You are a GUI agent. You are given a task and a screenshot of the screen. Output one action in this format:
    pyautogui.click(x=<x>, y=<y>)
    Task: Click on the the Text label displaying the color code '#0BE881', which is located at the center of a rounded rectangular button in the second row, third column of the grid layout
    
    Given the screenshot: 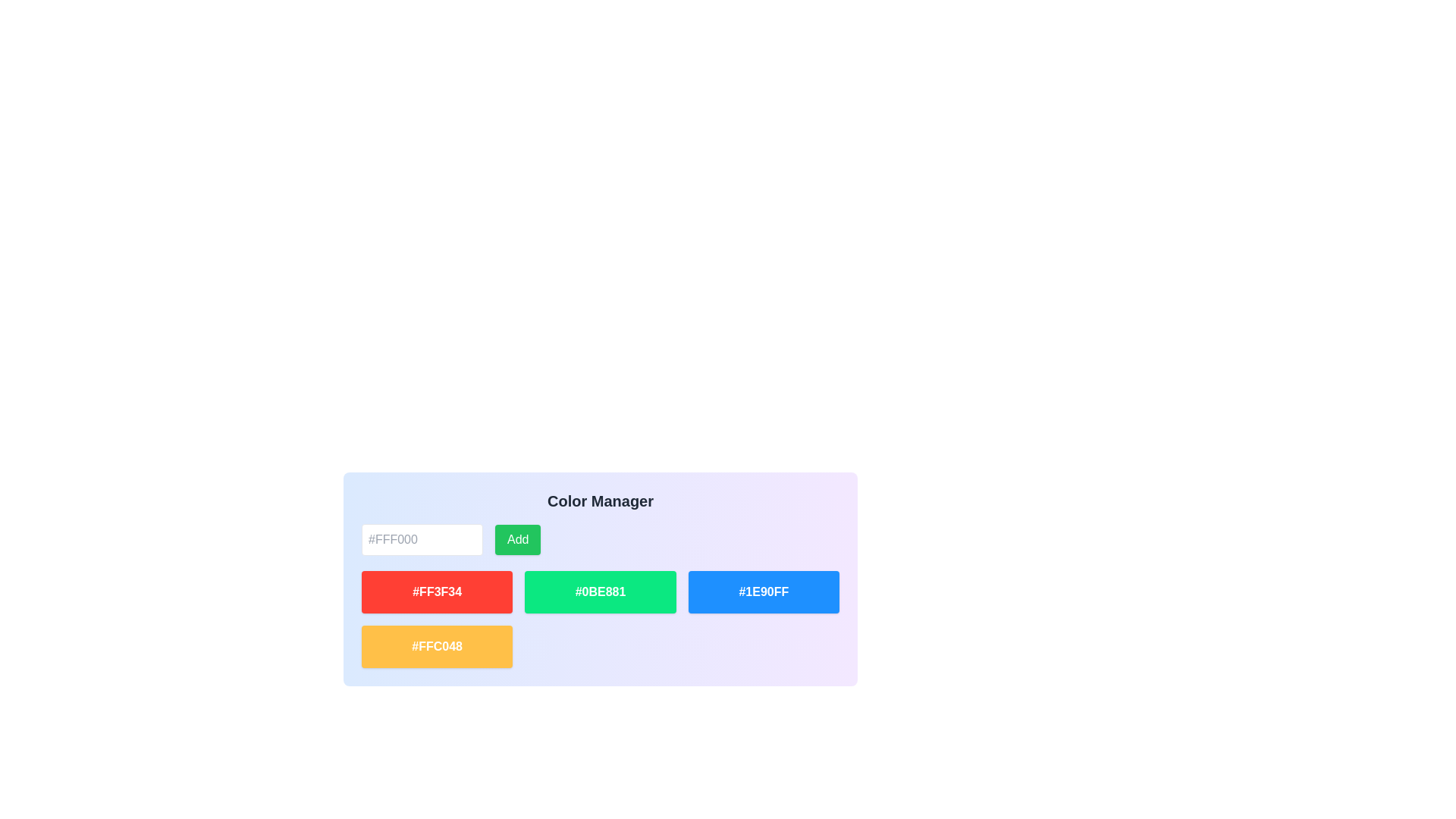 What is the action you would take?
    pyautogui.click(x=600, y=591)
    